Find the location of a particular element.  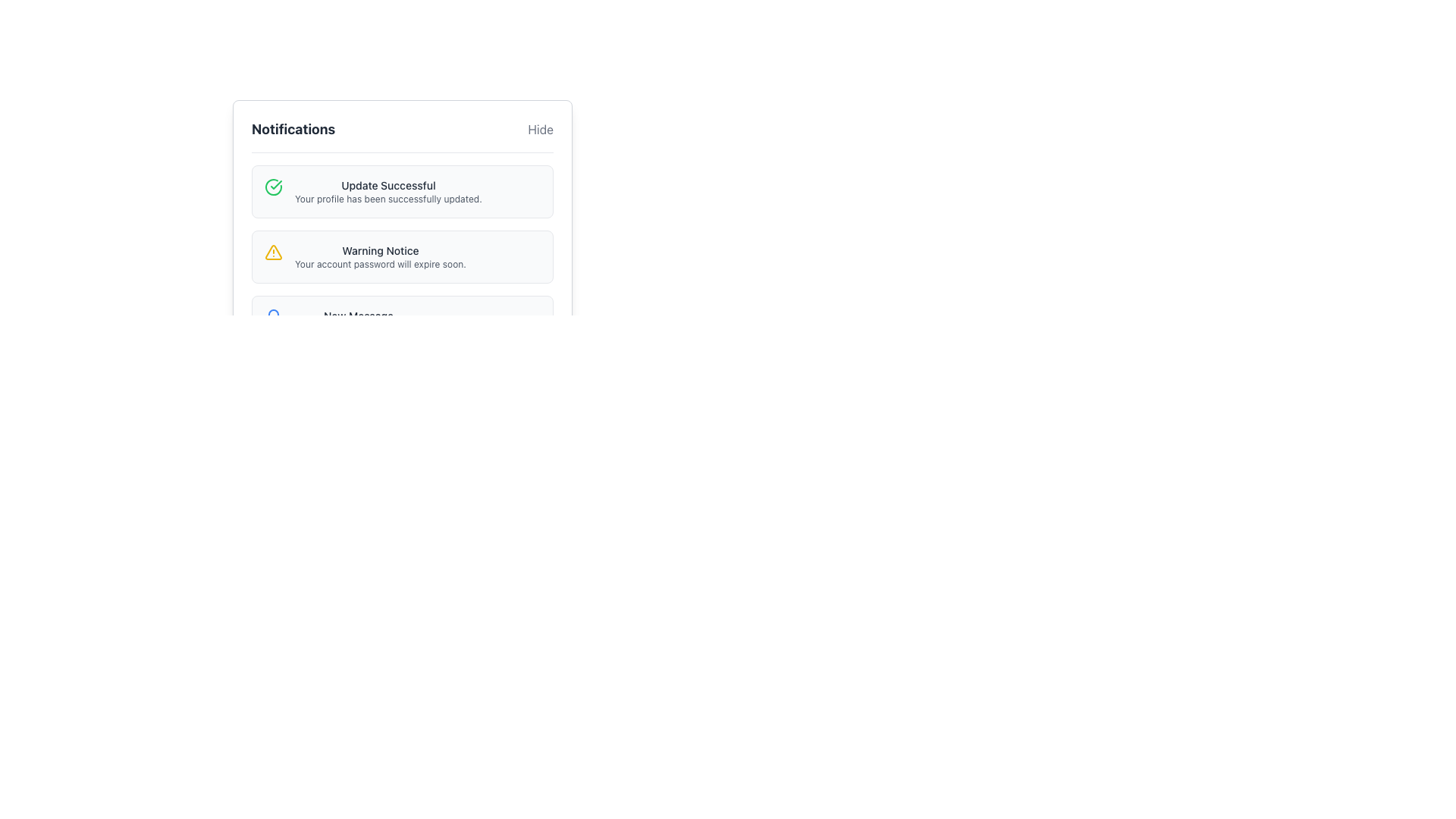

the static text informing the user about the impending expiration of their account password, located in the Notifications section beneath the 'Warning Notice' is located at coordinates (380, 263).